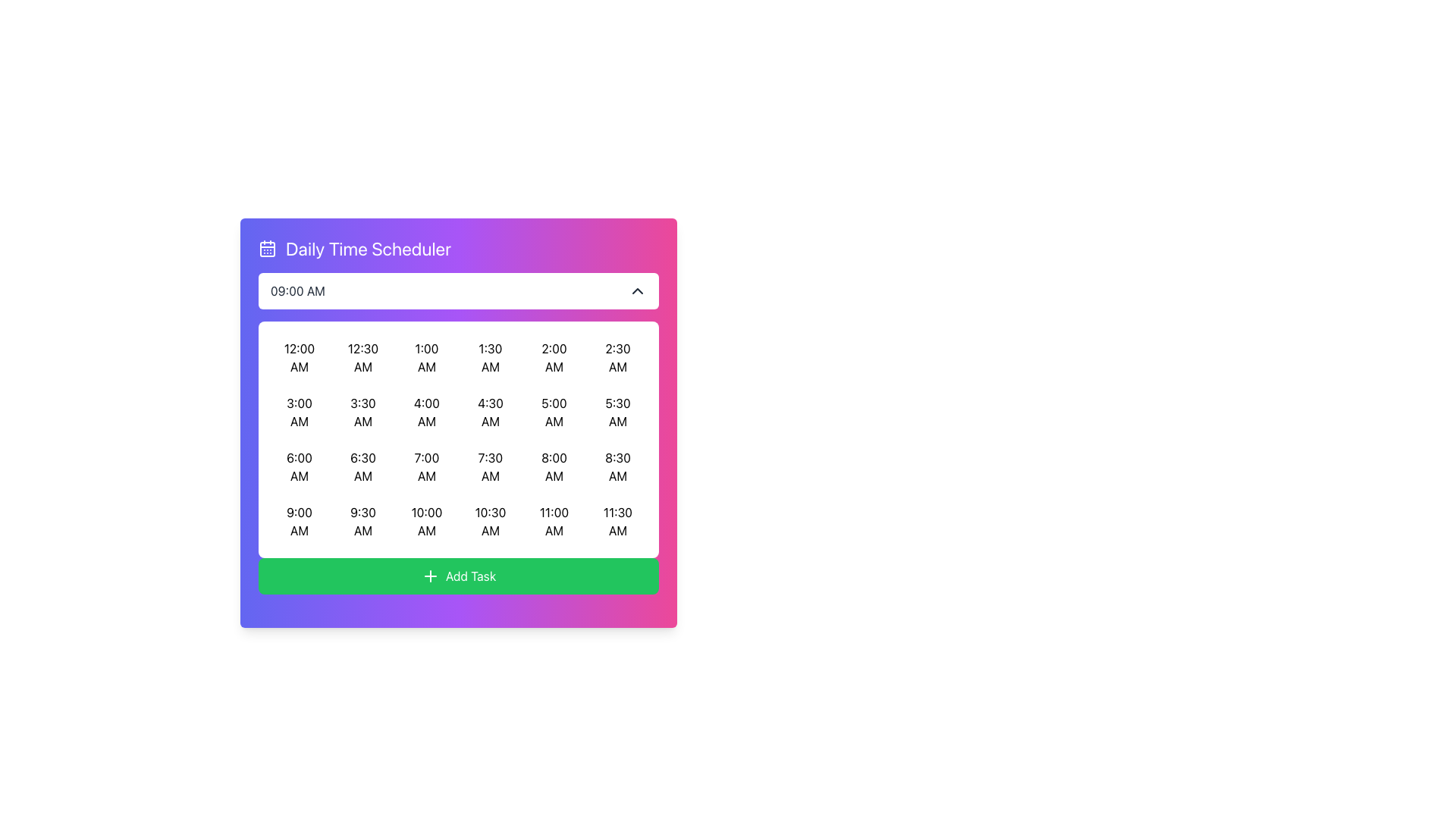 The image size is (1456, 819). Describe the element at coordinates (362, 520) in the screenshot. I see `the '9:30 AM' selection button in the scheduler` at that location.